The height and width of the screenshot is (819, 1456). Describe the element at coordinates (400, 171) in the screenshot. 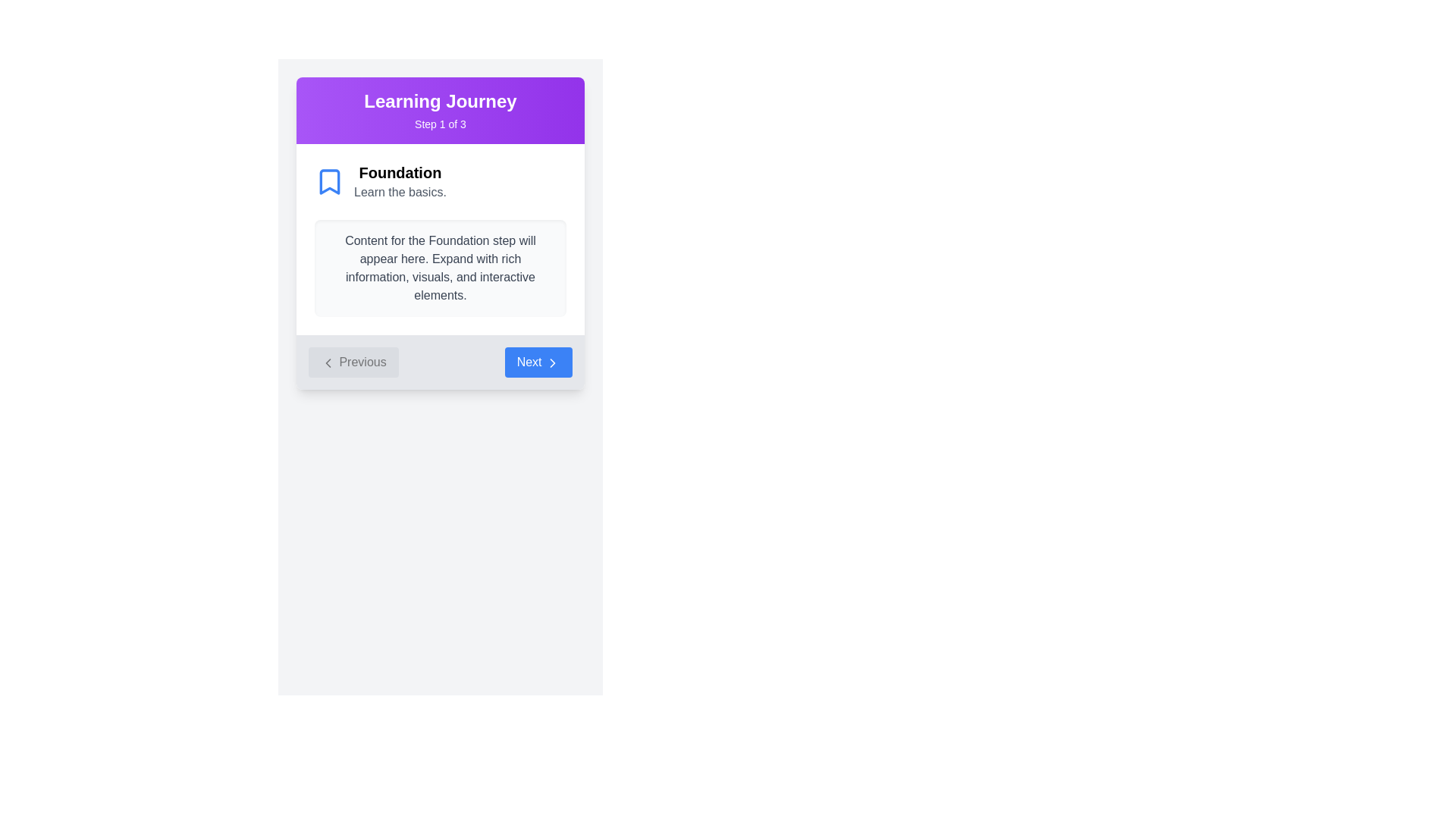

I see `the prominently styled text label reading 'Foundation', which is positioned under the title 'Learning Journey' and aligned to the left above 'Learn the basics'` at that location.